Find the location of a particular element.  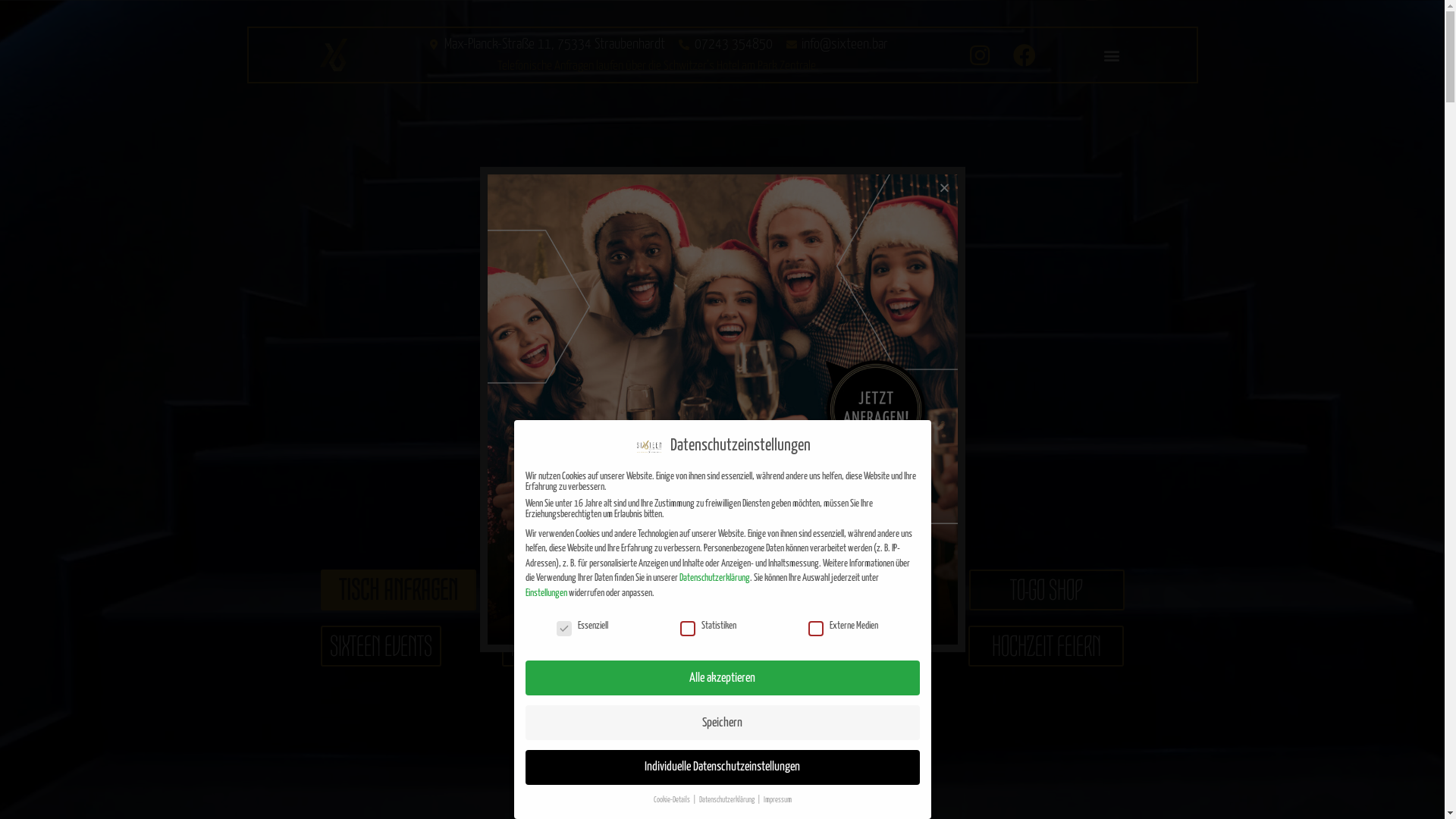

'07243 354850' is located at coordinates (723, 43).